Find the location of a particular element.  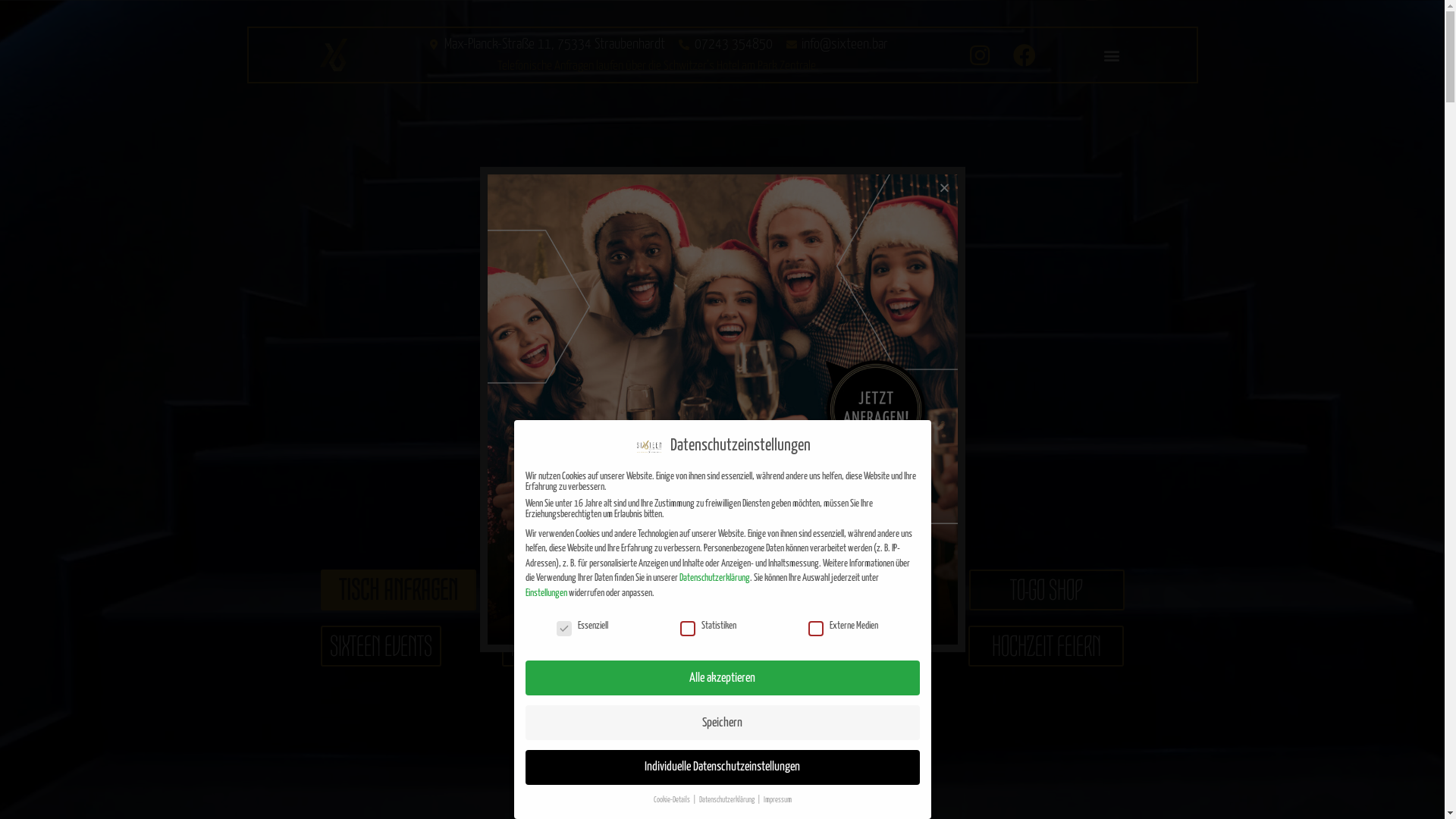

'07243 354850' is located at coordinates (723, 43).